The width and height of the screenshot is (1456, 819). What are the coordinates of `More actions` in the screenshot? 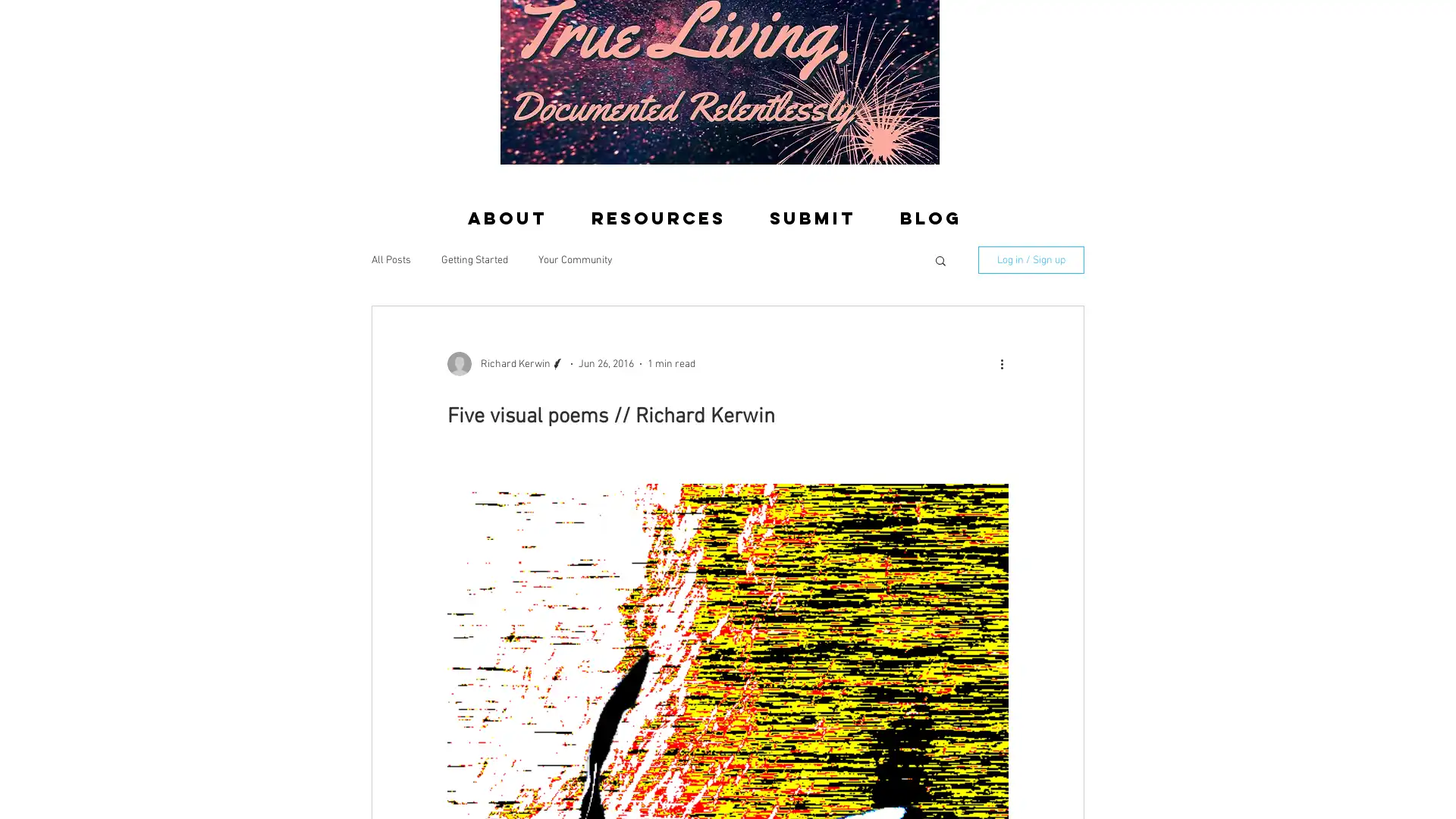 It's located at (1006, 363).